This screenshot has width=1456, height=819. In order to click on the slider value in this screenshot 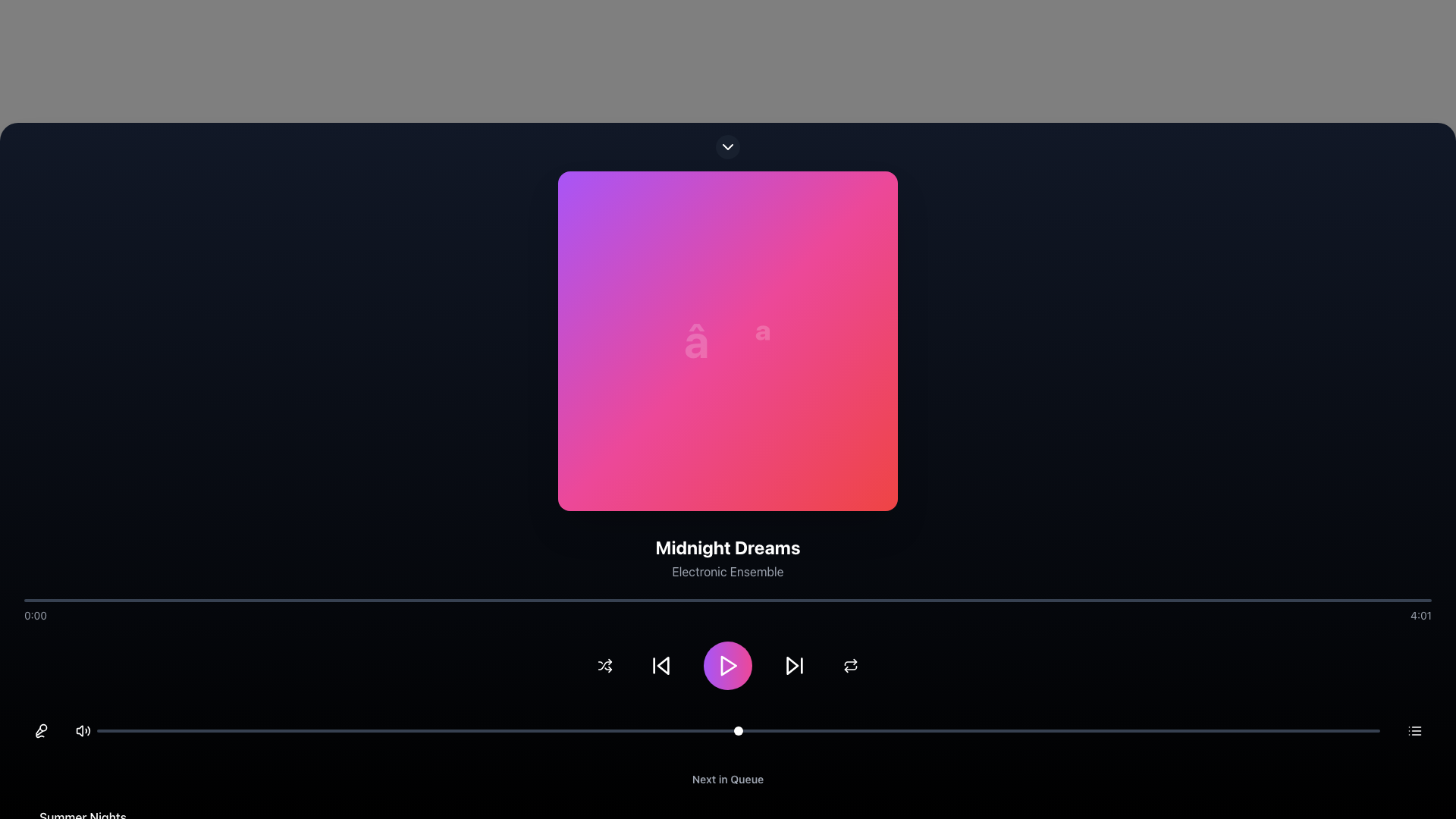, I will do `click(1161, 730)`.